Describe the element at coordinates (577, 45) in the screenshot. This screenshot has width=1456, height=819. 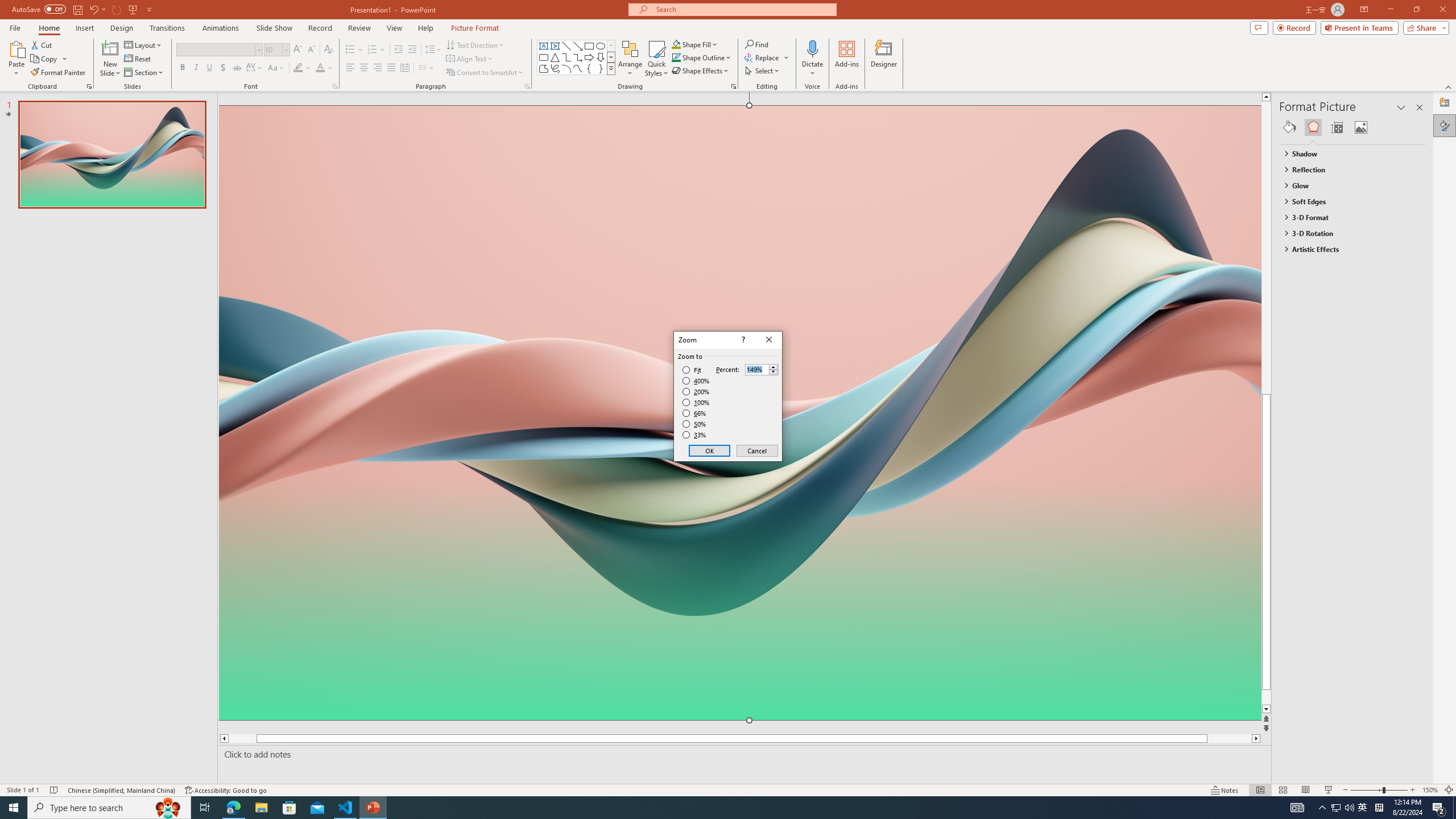
I see `'Line Arrow'` at that location.